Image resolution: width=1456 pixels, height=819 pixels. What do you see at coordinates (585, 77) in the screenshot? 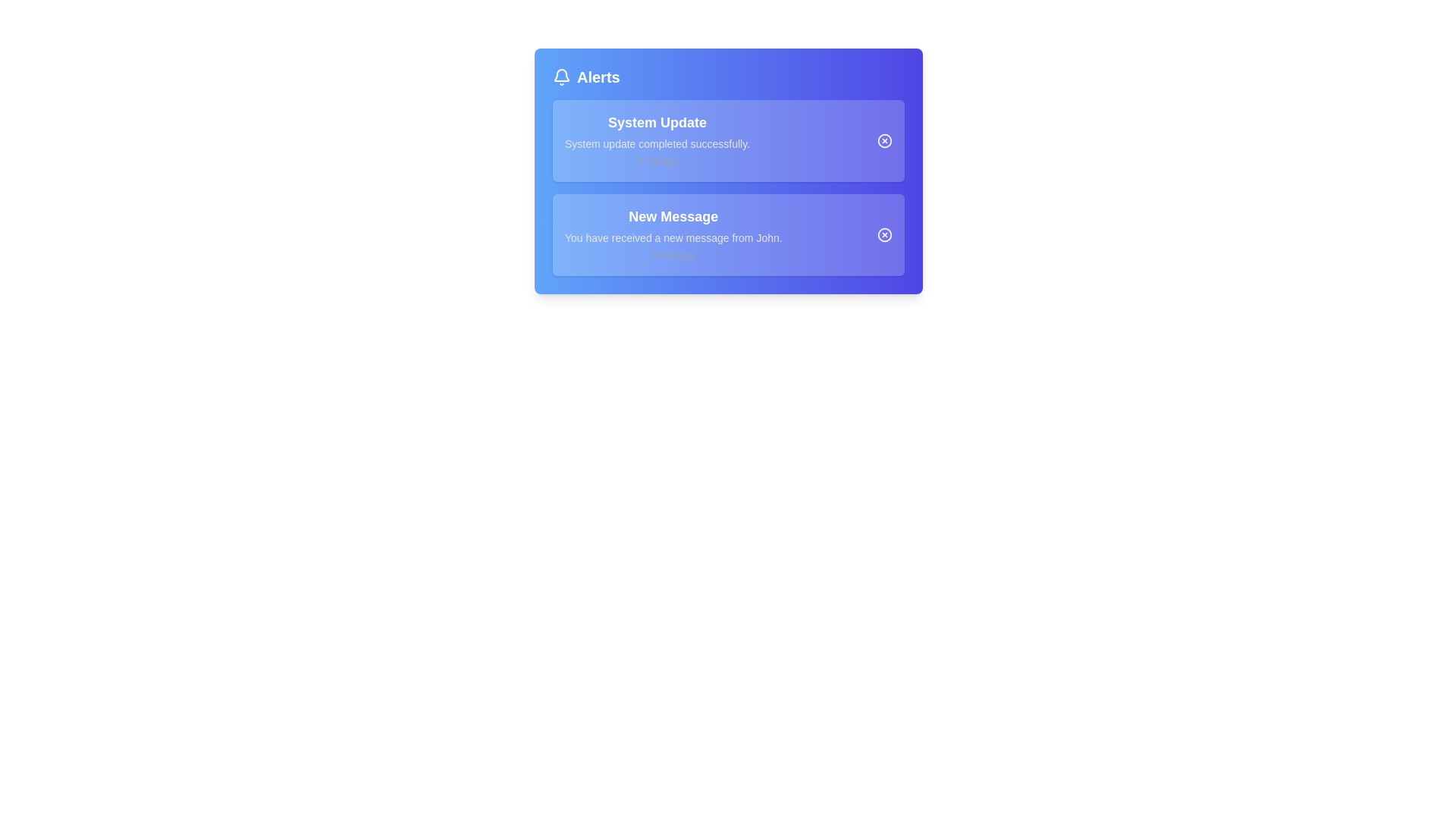
I see `the 'Alerts' label with a bell icon, styled in white against a blue background, located at the top-left corner of the main interface` at bounding box center [585, 77].